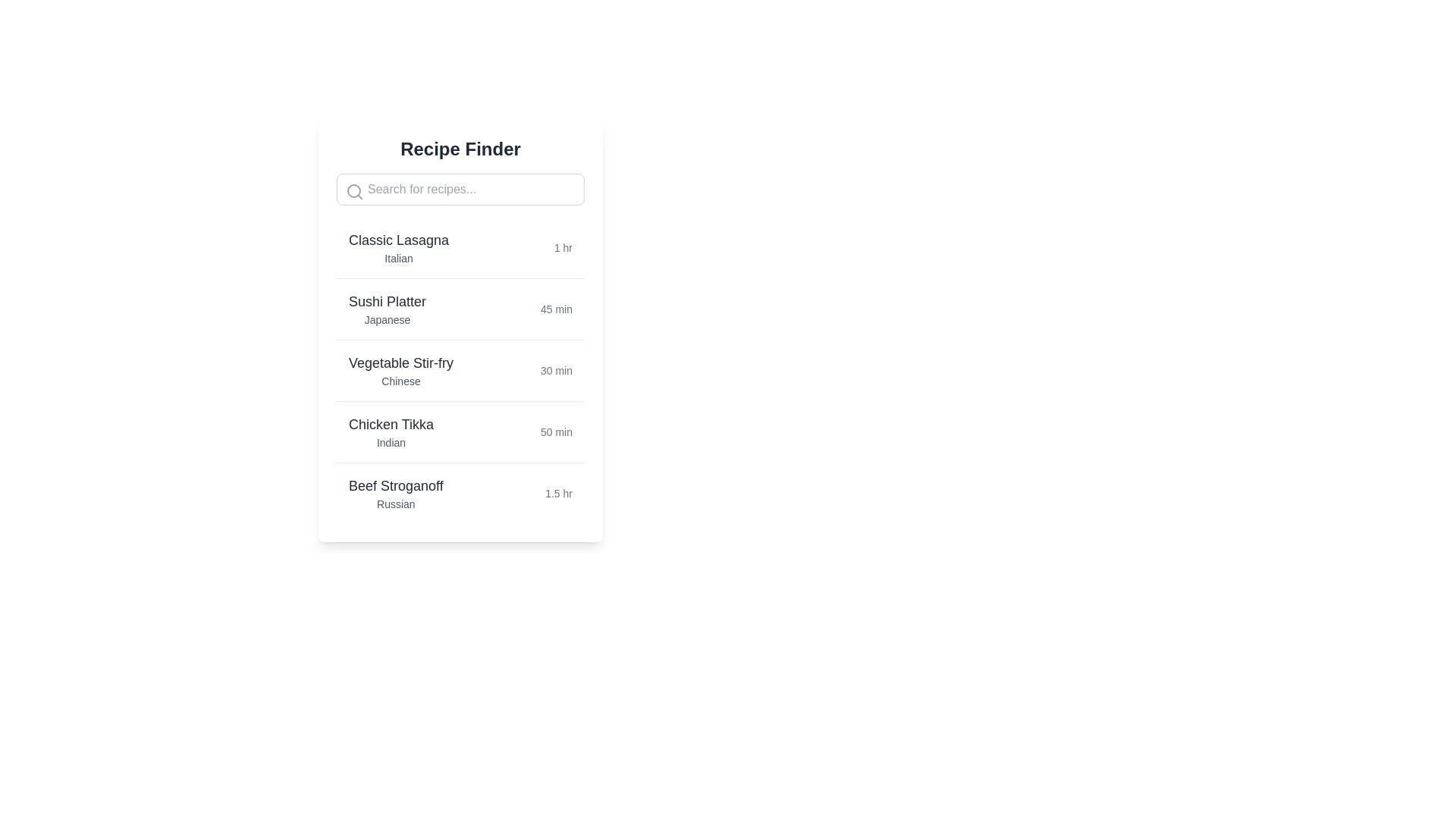  What do you see at coordinates (556, 371) in the screenshot?
I see `the '30 min' duration text label in light gray, located at the far right of the 'Vegetable Stir-fry Chinese' recipe card` at bounding box center [556, 371].